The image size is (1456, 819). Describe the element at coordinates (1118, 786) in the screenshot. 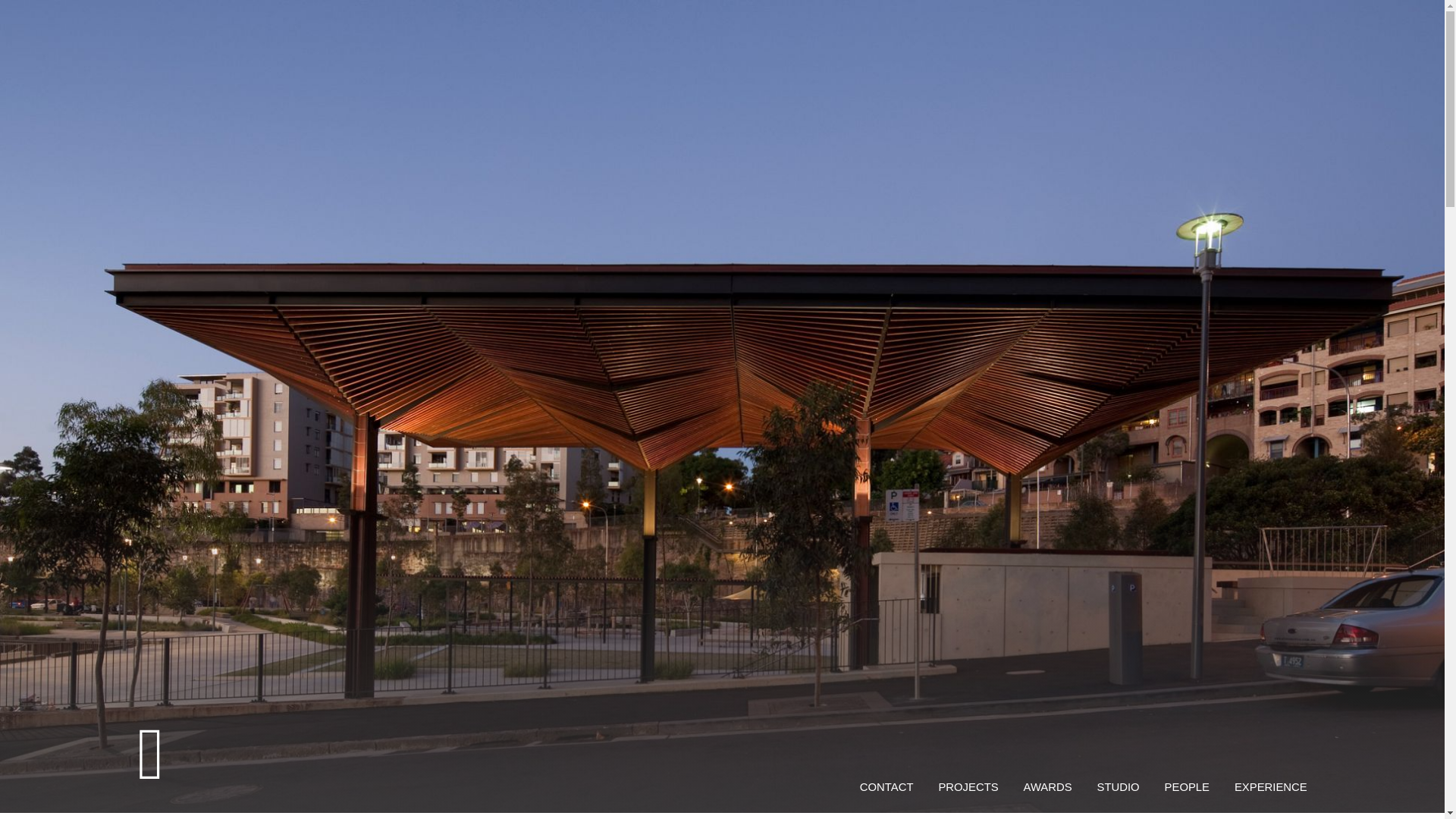

I see `'STUDIO'` at that location.